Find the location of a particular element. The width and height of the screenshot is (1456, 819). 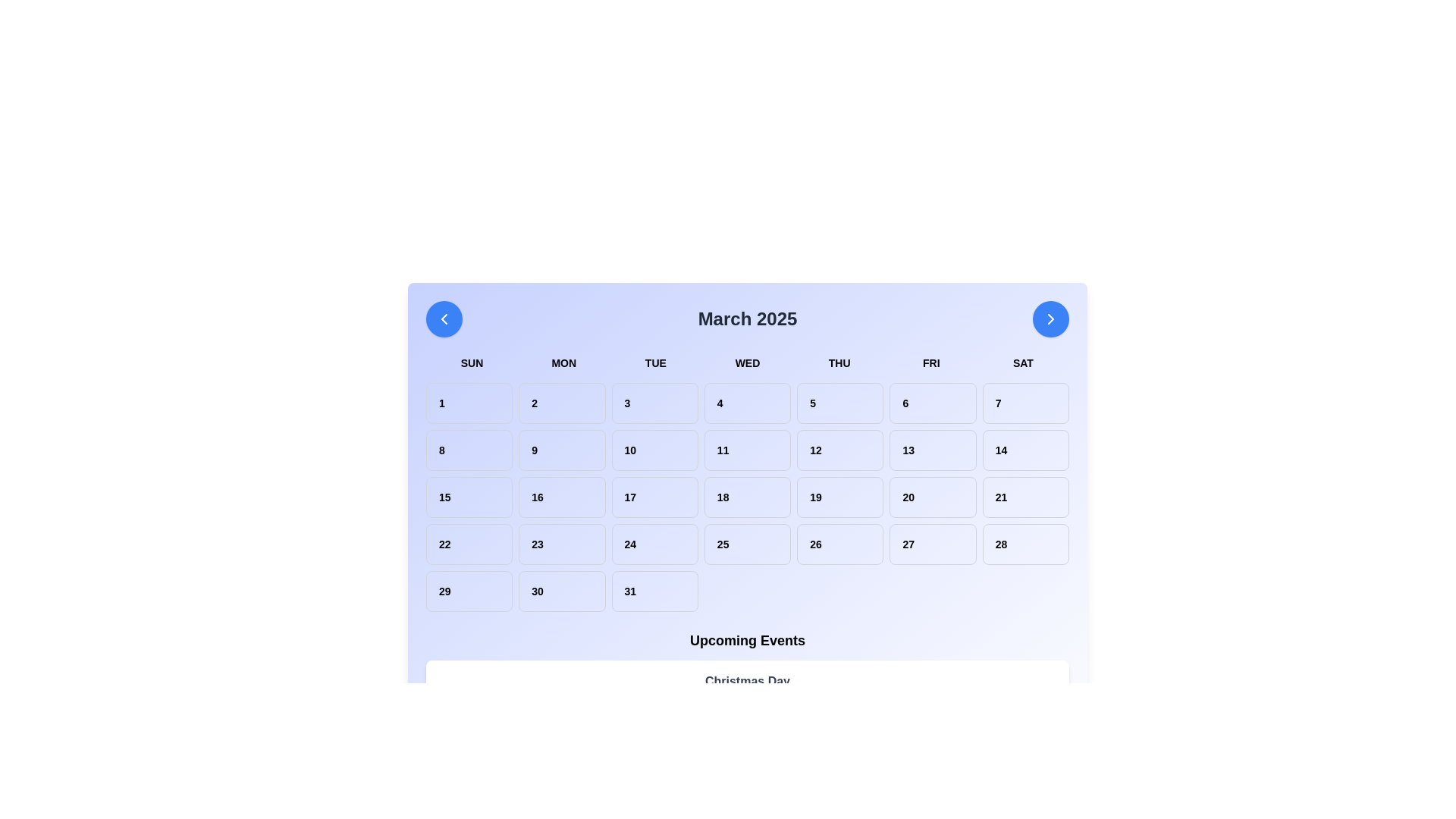

the interactive calendar day button displaying the number '2' located under 'March 2025', in the first row and second column is located at coordinates (561, 403).